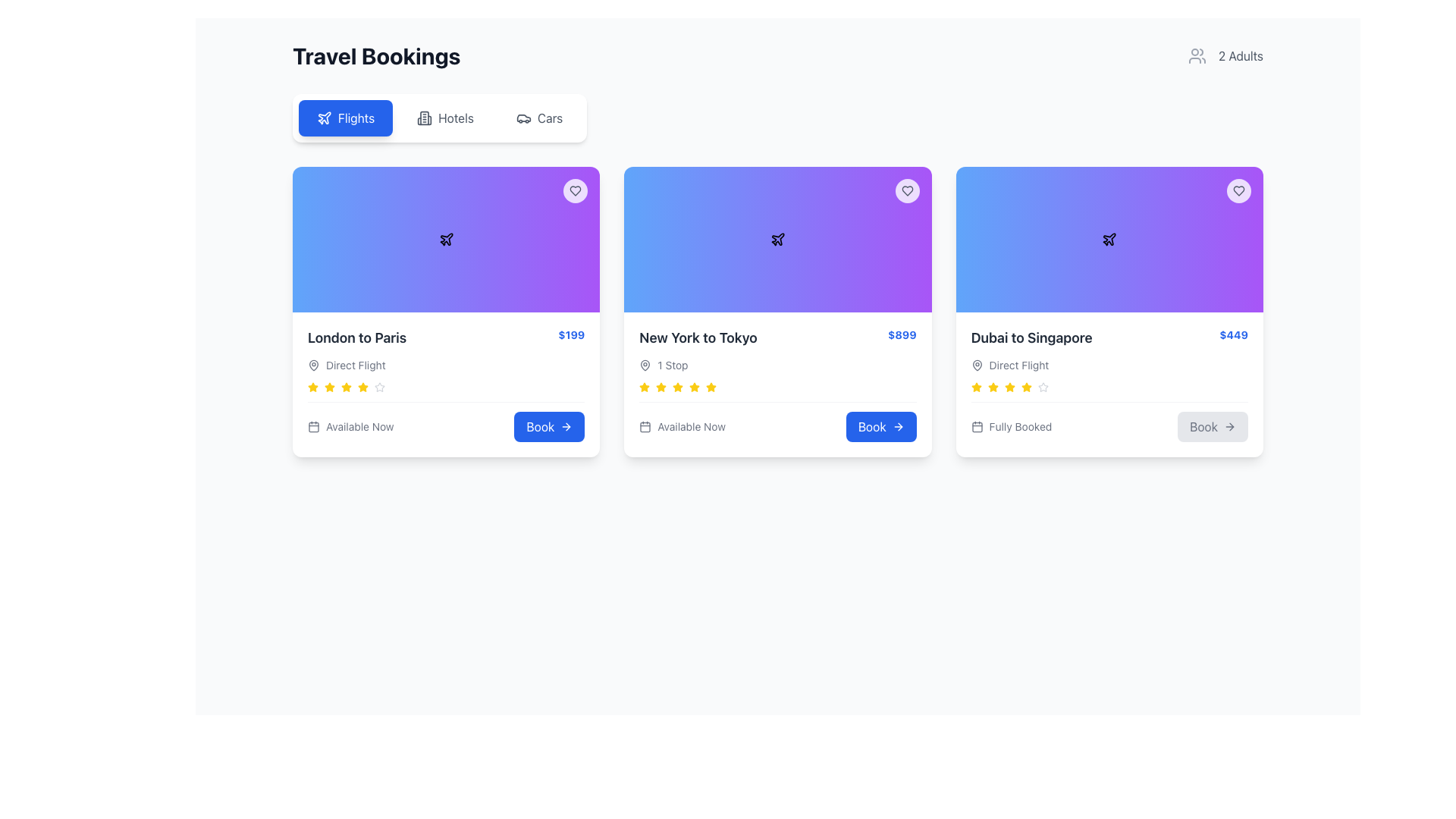 This screenshot has height=819, width=1456. I want to click on the 'Book' button located in the bottom-right corner of the card for the 'New York to Tokyo' trip, styled with a bright blue background and white text, so click(881, 427).